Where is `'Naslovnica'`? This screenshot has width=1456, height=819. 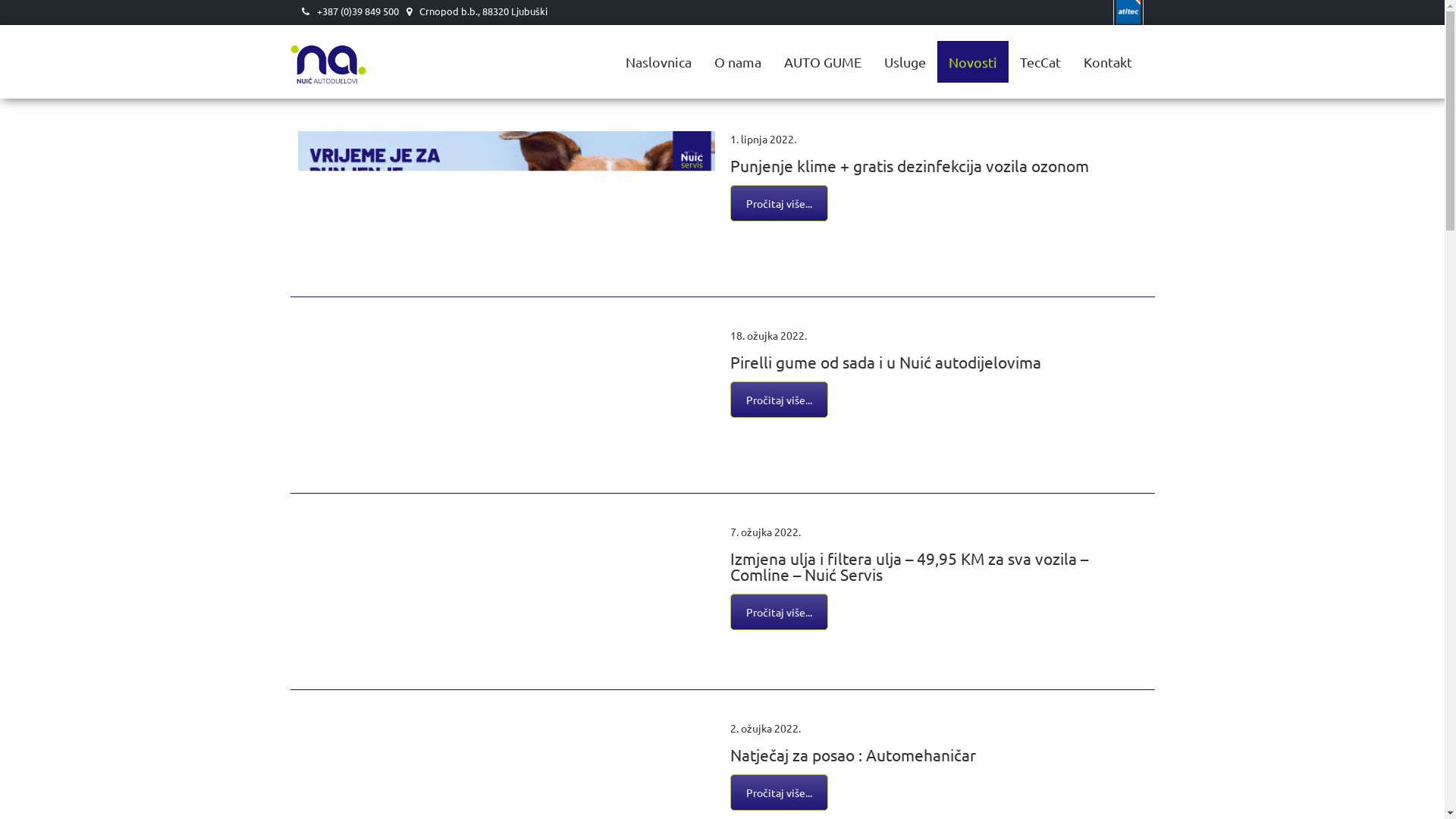 'Naslovnica' is located at coordinates (658, 61).